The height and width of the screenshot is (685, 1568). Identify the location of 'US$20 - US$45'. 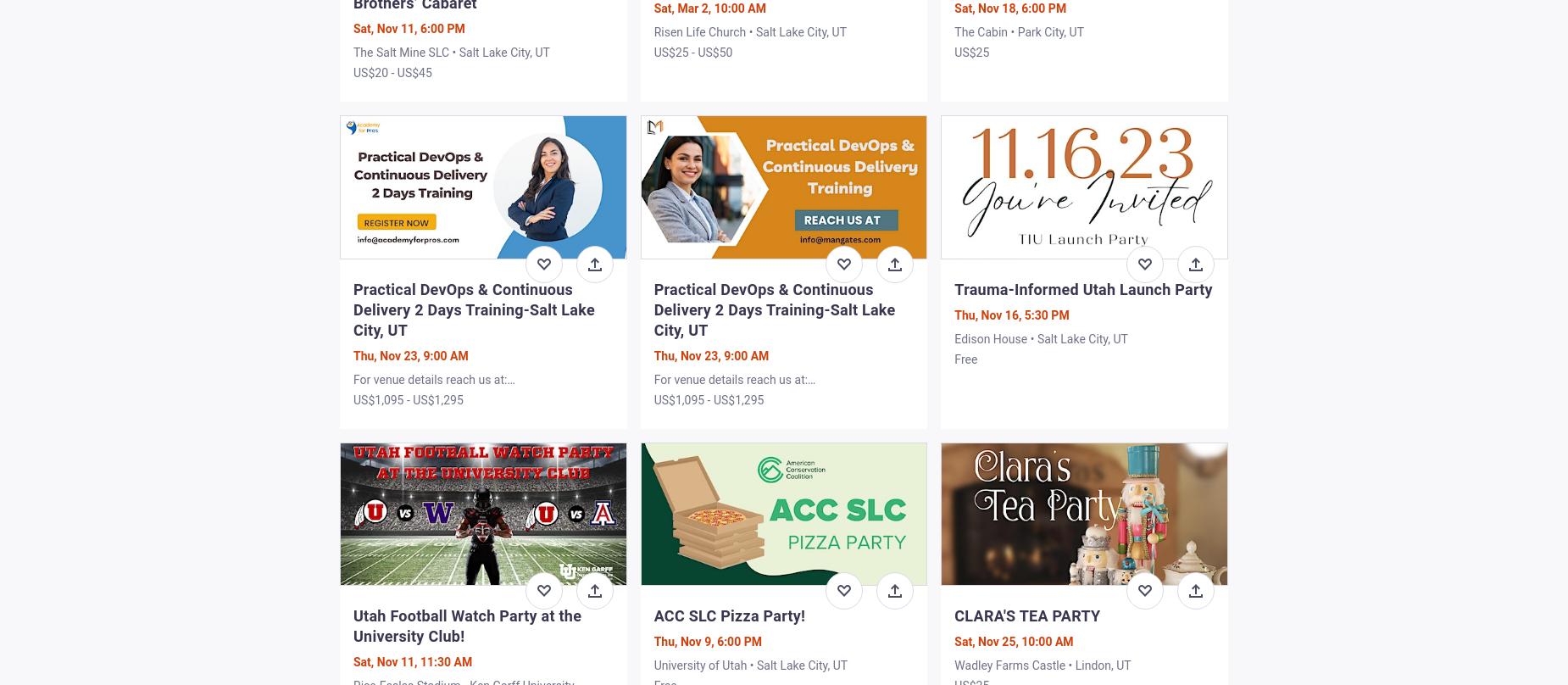
(392, 72).